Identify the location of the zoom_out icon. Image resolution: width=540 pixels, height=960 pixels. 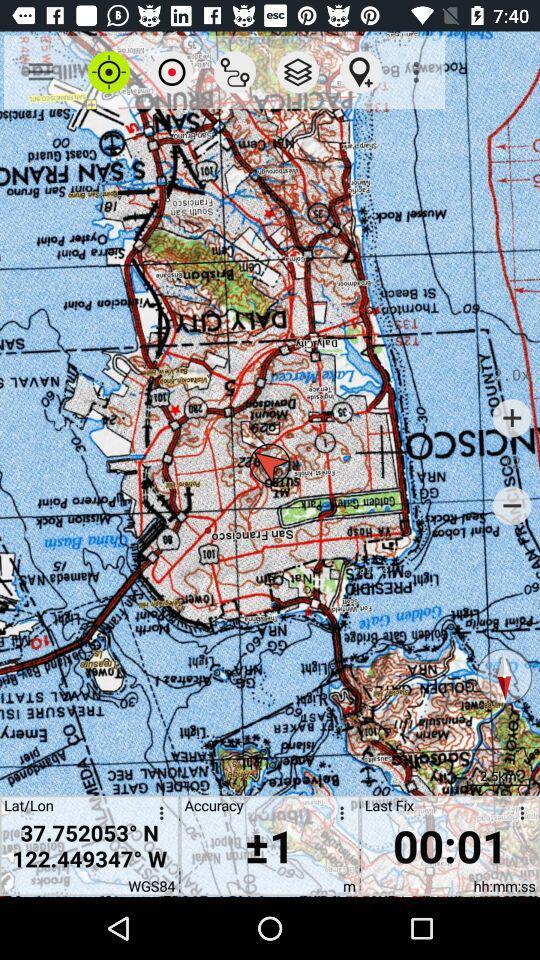
(512, 505).